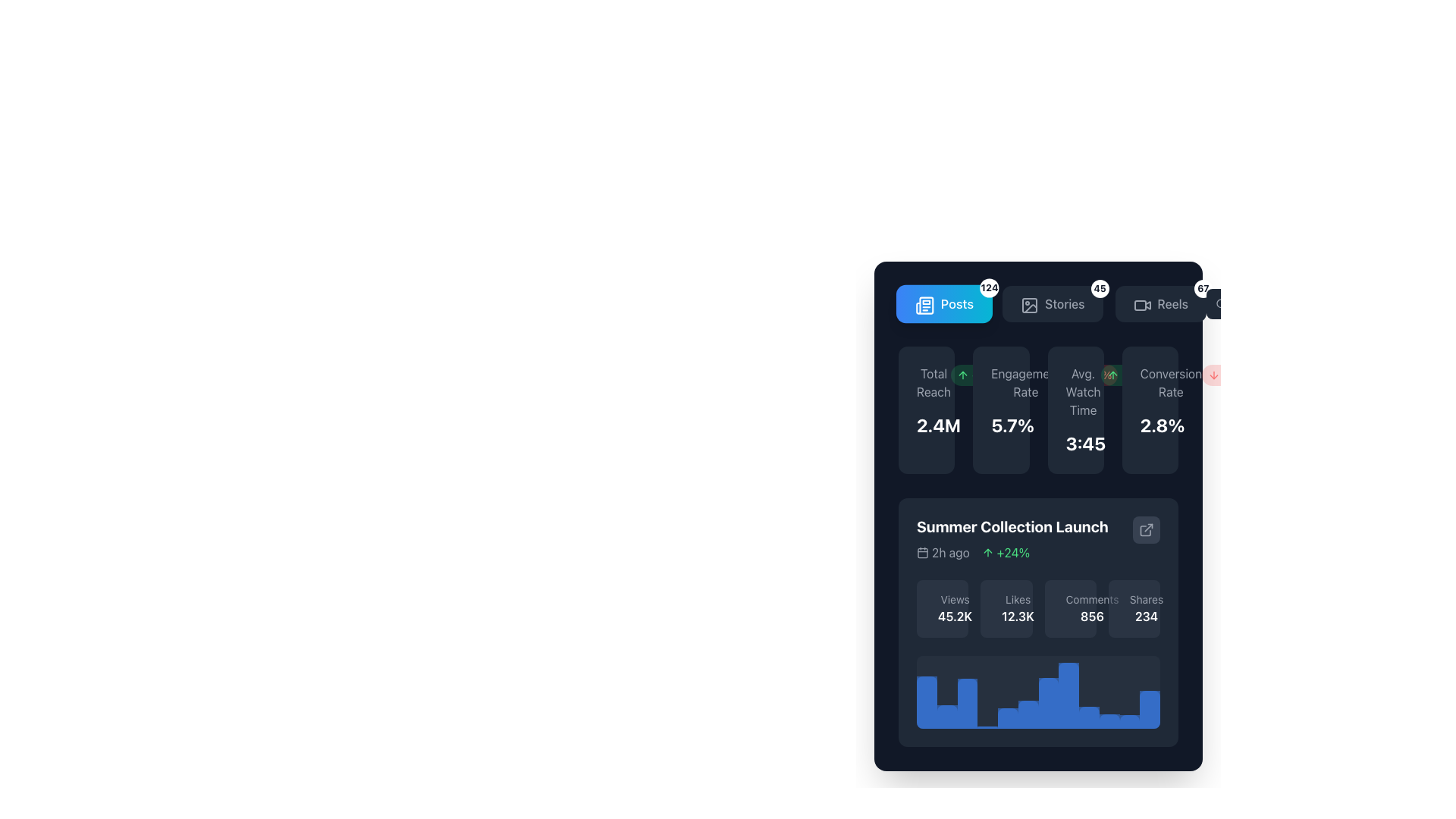 This screenshot has width=1456, height=819. I want to click on the text display showing '+24%' styled in green, indicating a positive percentage increase, for reading purposes, so click(1013, 553).